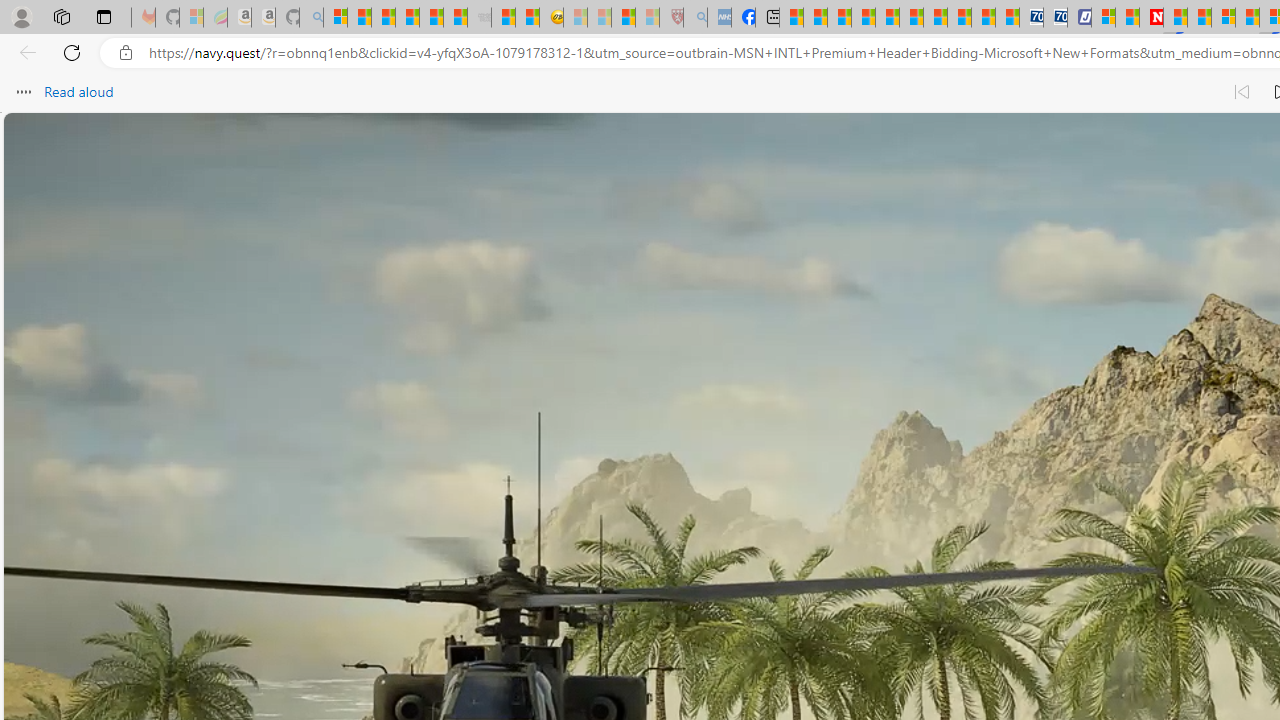 The height and width of the screenshot is (720, 1280). What do you see at coordinates (1240, 92) in the screenshot?
I see `'Read previous paragraph'` at bounding box center [1240, 92].